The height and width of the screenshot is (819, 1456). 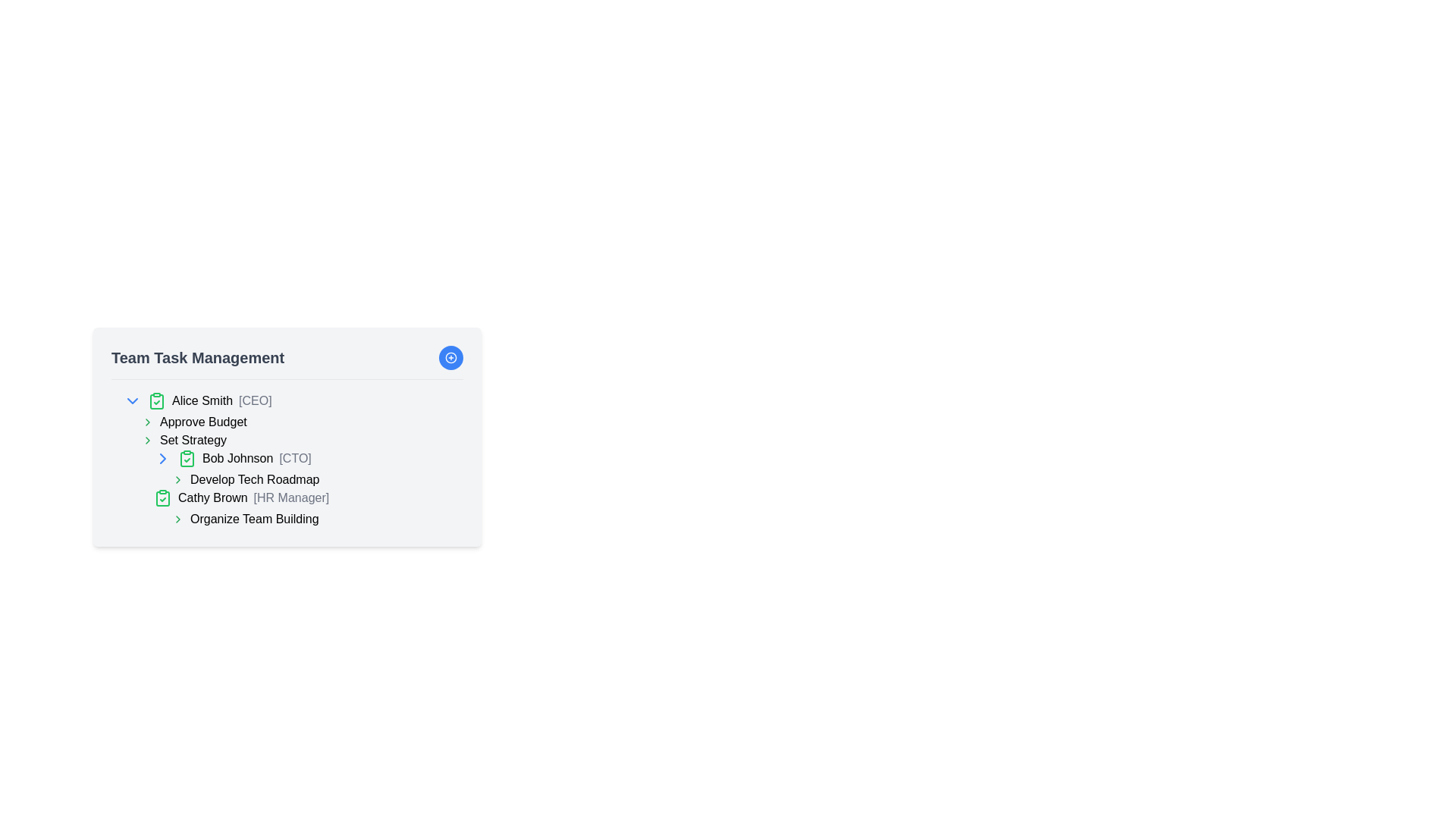 What do you see at coordinates (450, 357) in the screenshot?
I see `the circular button with a plus symbol inside, located in the top-right corner of the 'Team Task Management' card` at bounding box center [450, 357].